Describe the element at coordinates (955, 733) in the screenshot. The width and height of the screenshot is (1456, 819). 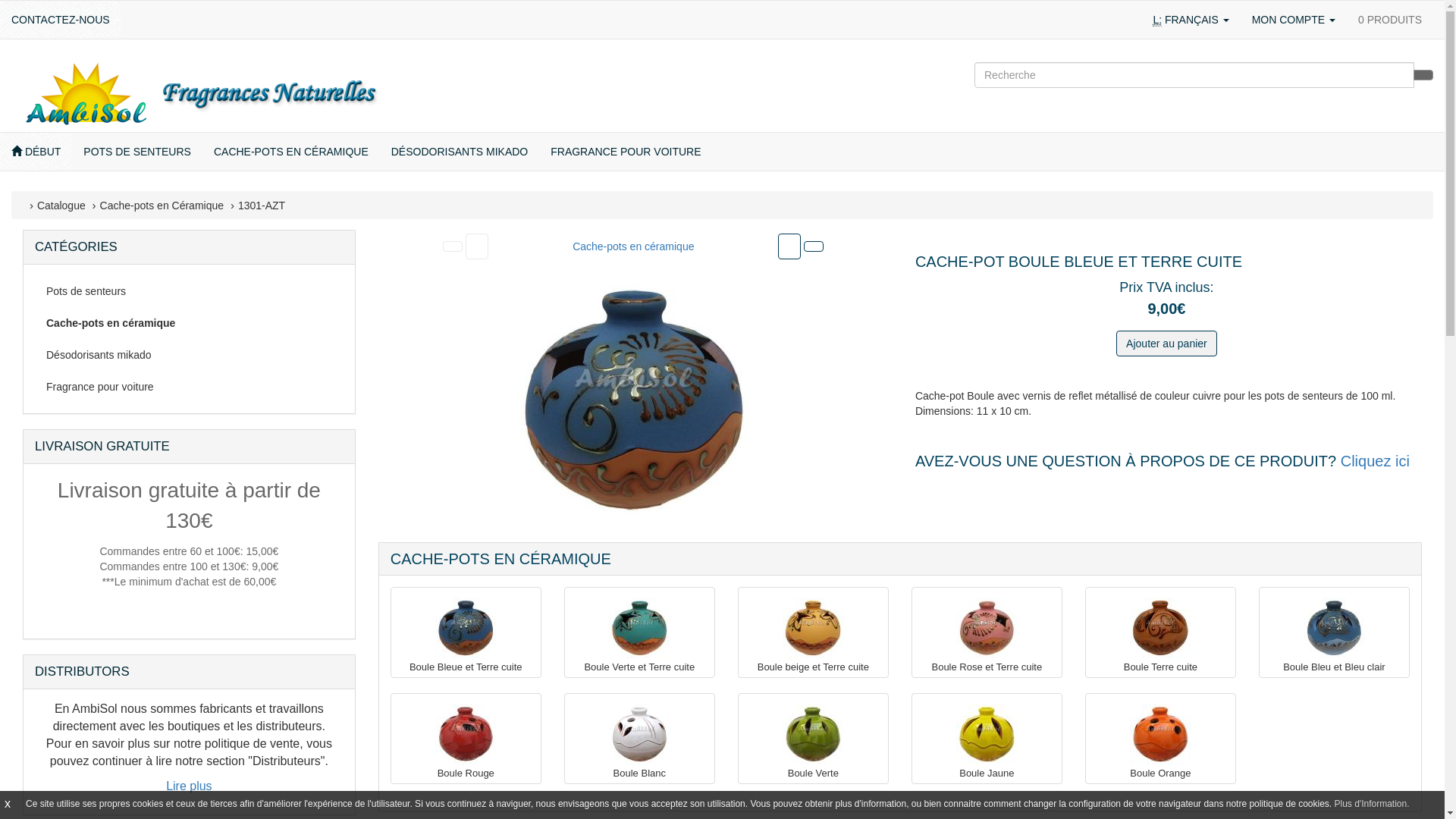
I see `'Boule Jaune'` at that location.